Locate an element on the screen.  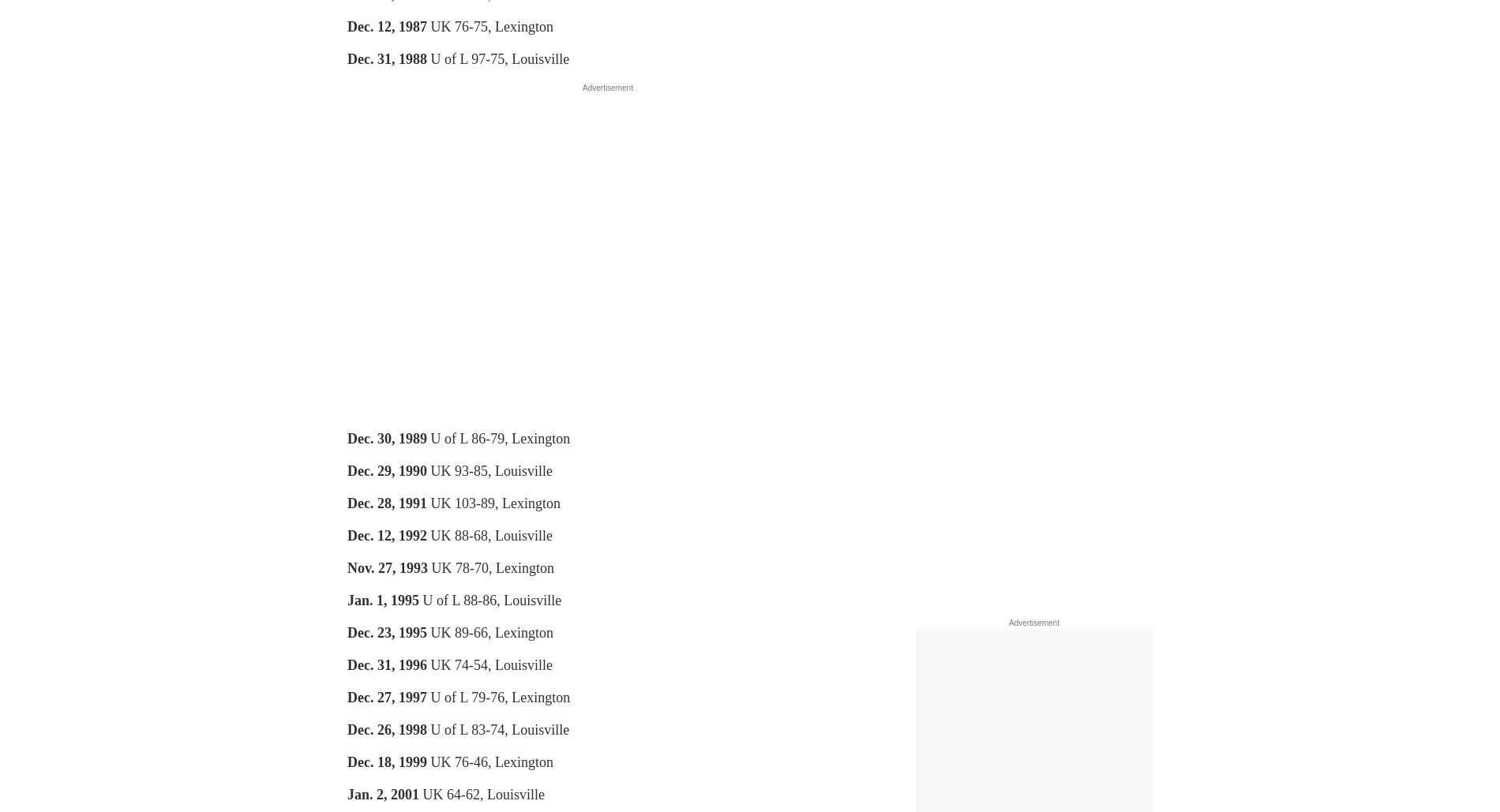
'U of L 79-76, Lexington' is located at coordinates (497, 698).